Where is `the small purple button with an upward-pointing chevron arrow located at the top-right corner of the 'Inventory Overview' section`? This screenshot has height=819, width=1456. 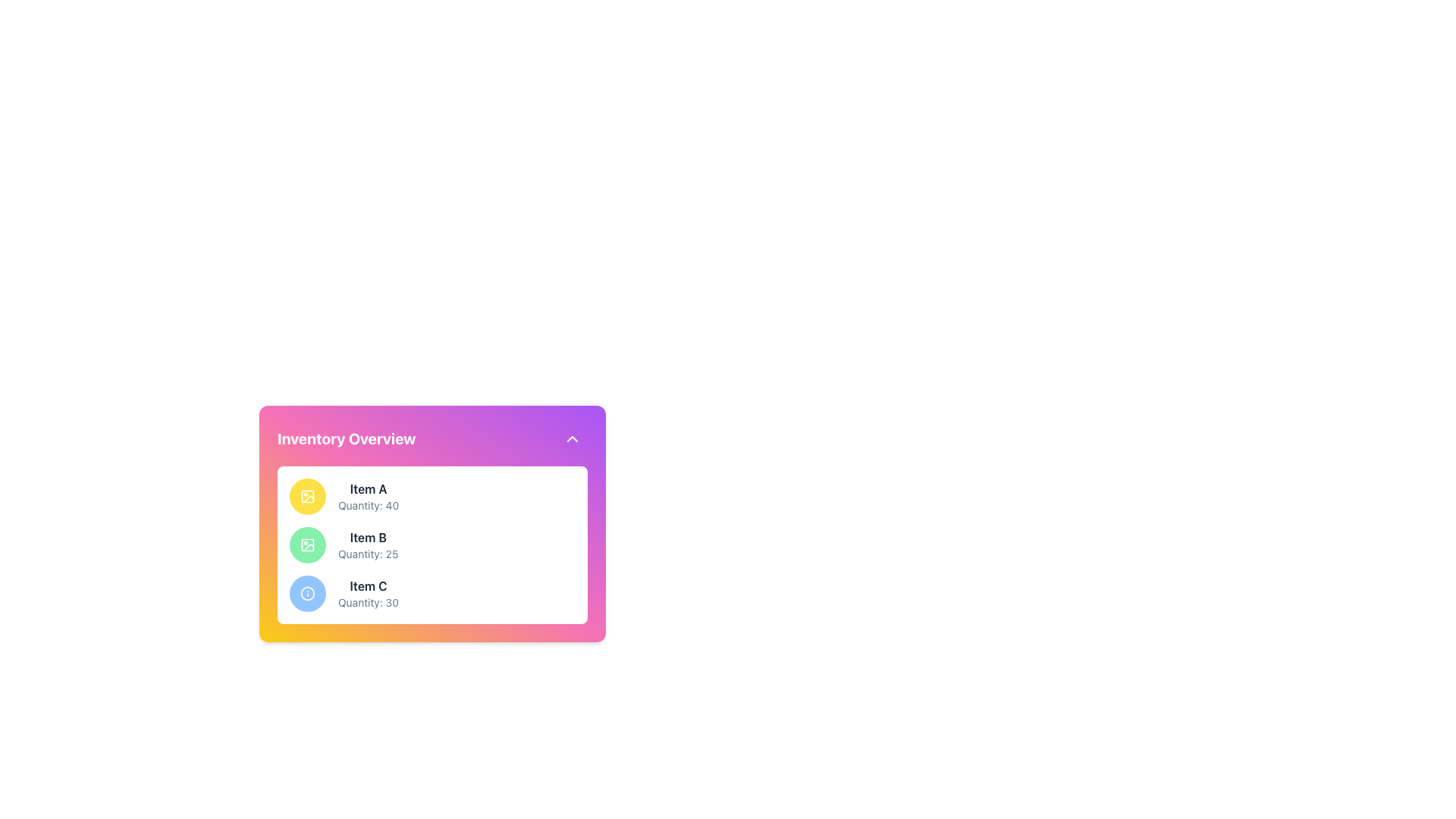 the small purple button with an upward-pointing chevron arrow located at the top-right corner of the 'Inventory Overview' section is located at coordinates (571, 438).